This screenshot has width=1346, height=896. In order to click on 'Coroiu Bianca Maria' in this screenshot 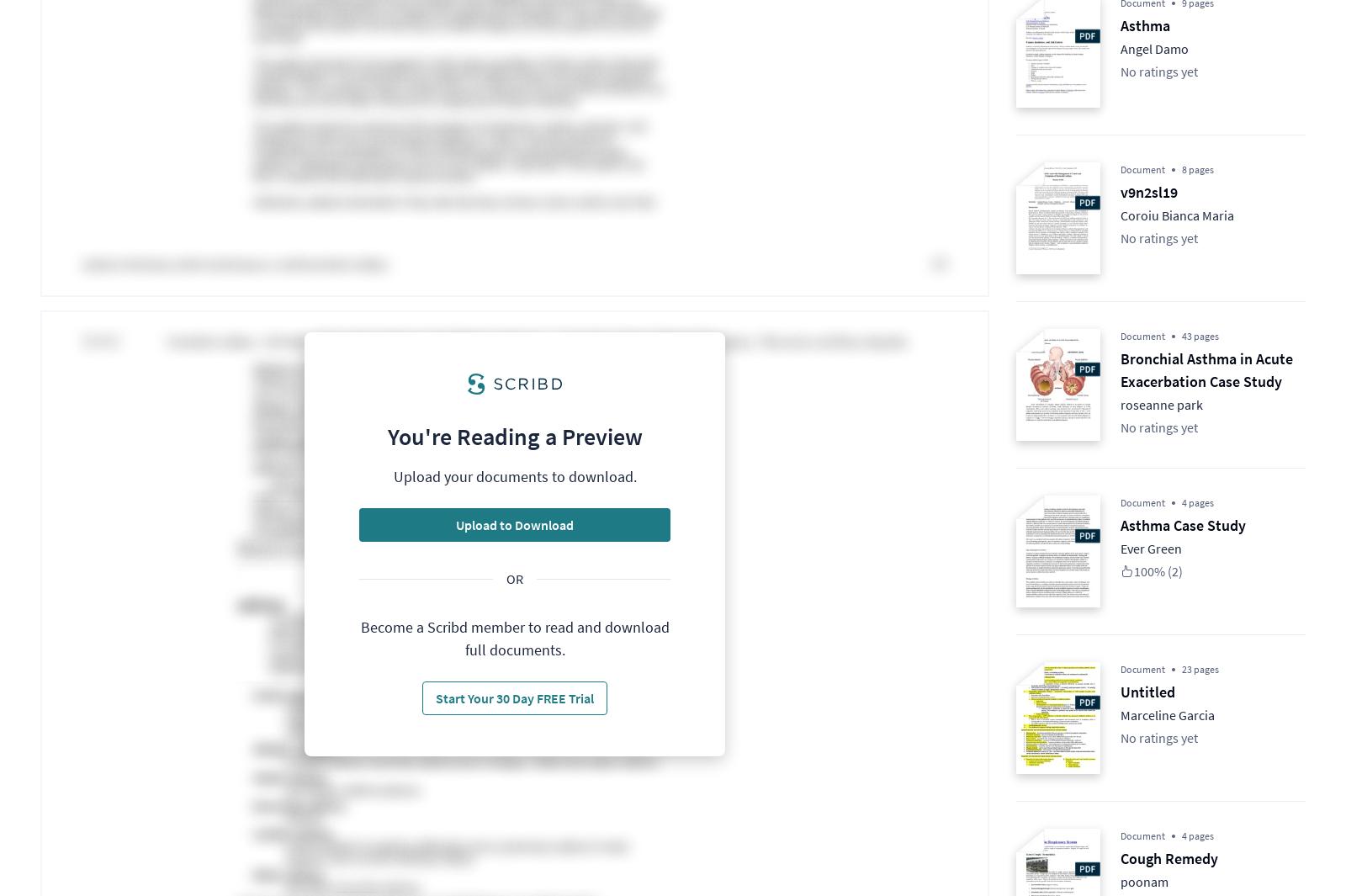, I will do `click(1176, 215)`.